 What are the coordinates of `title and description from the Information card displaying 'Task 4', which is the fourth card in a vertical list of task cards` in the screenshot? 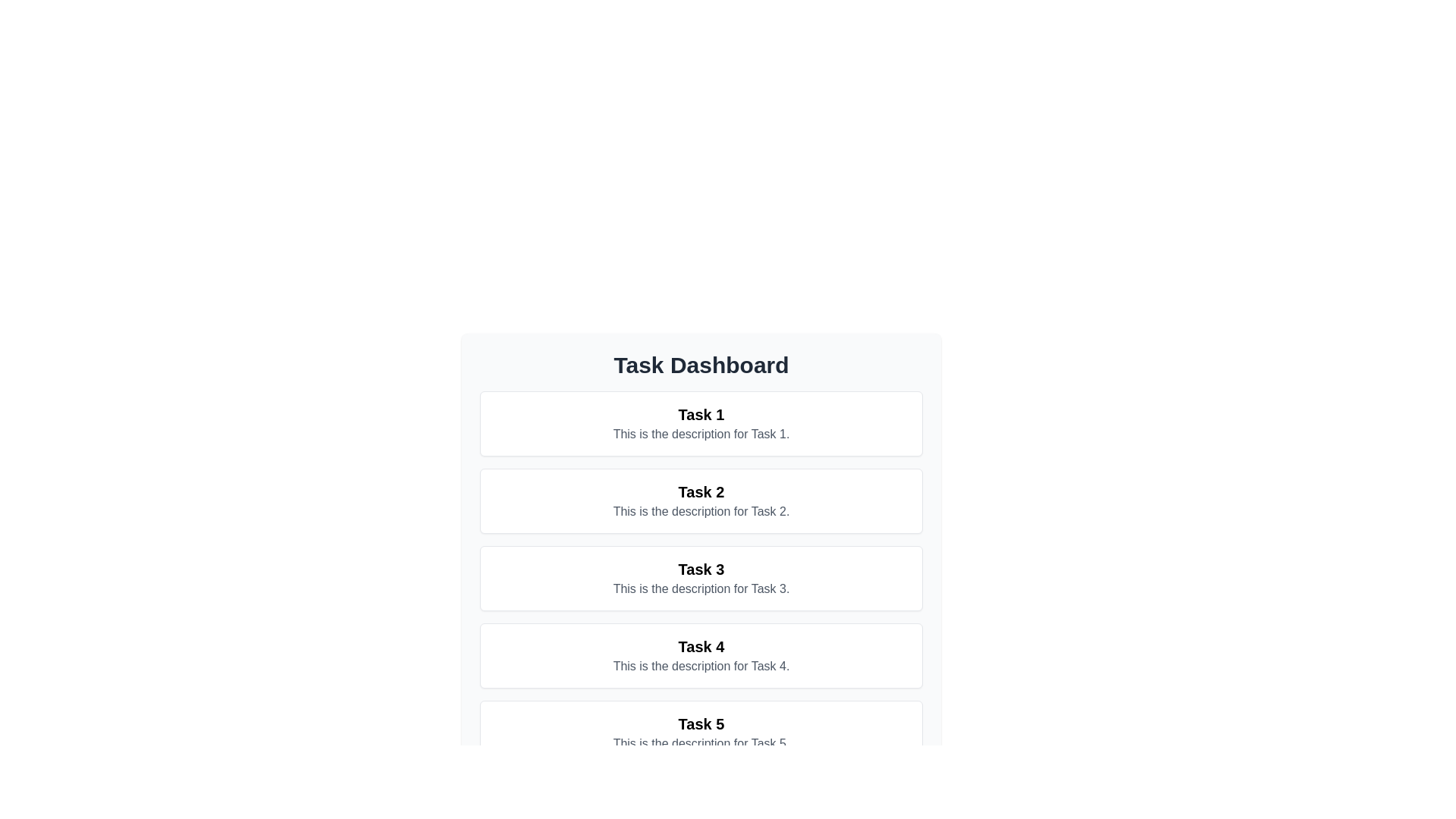 It's located at (701, 654).